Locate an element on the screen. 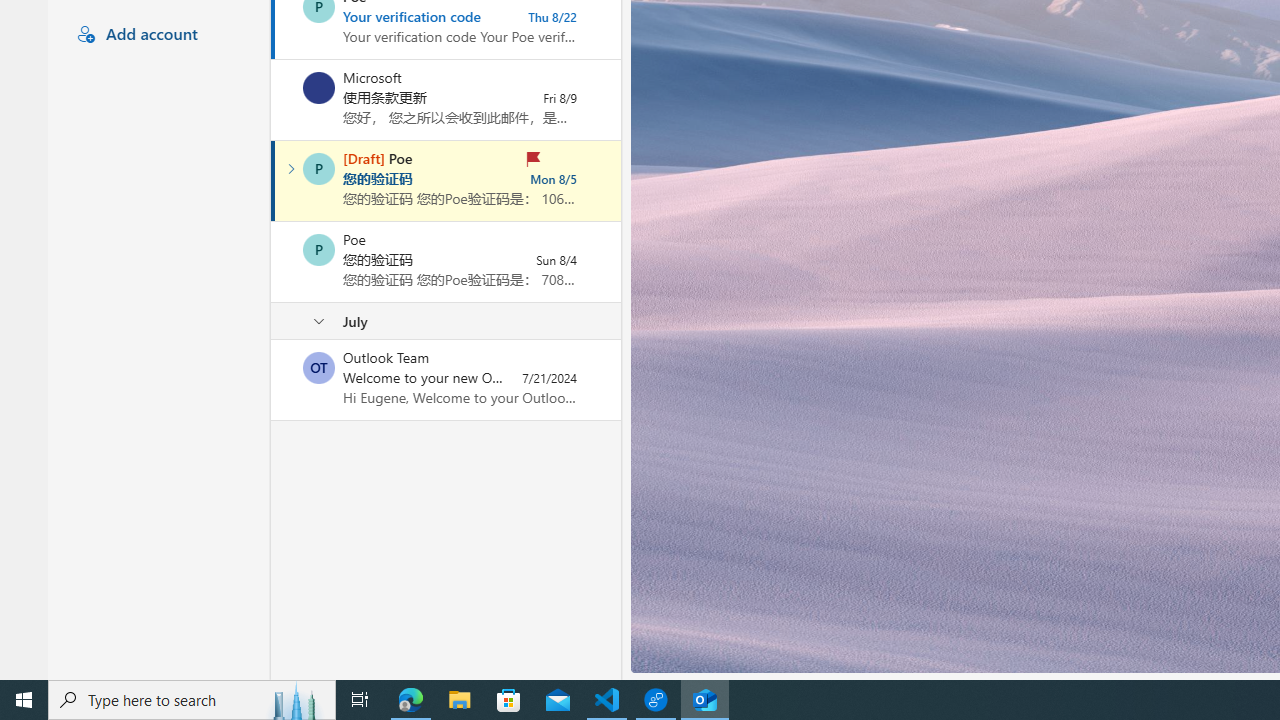 This screenshot has height=720, width=1280. 'Expand conversation' is located at coordinates (290, 167).